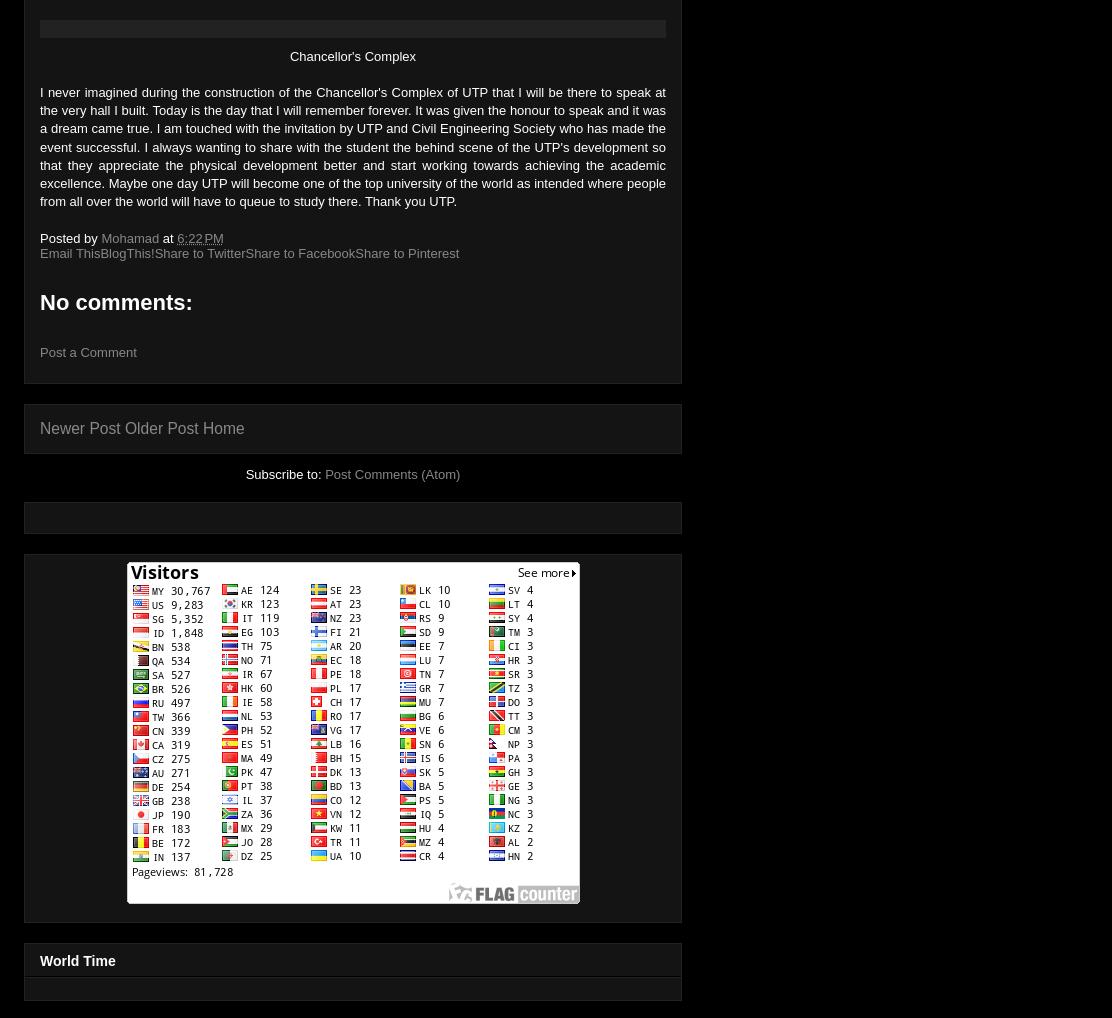 The image size is (1112, 1018). I want to click on 'Home', so click(221, 427).